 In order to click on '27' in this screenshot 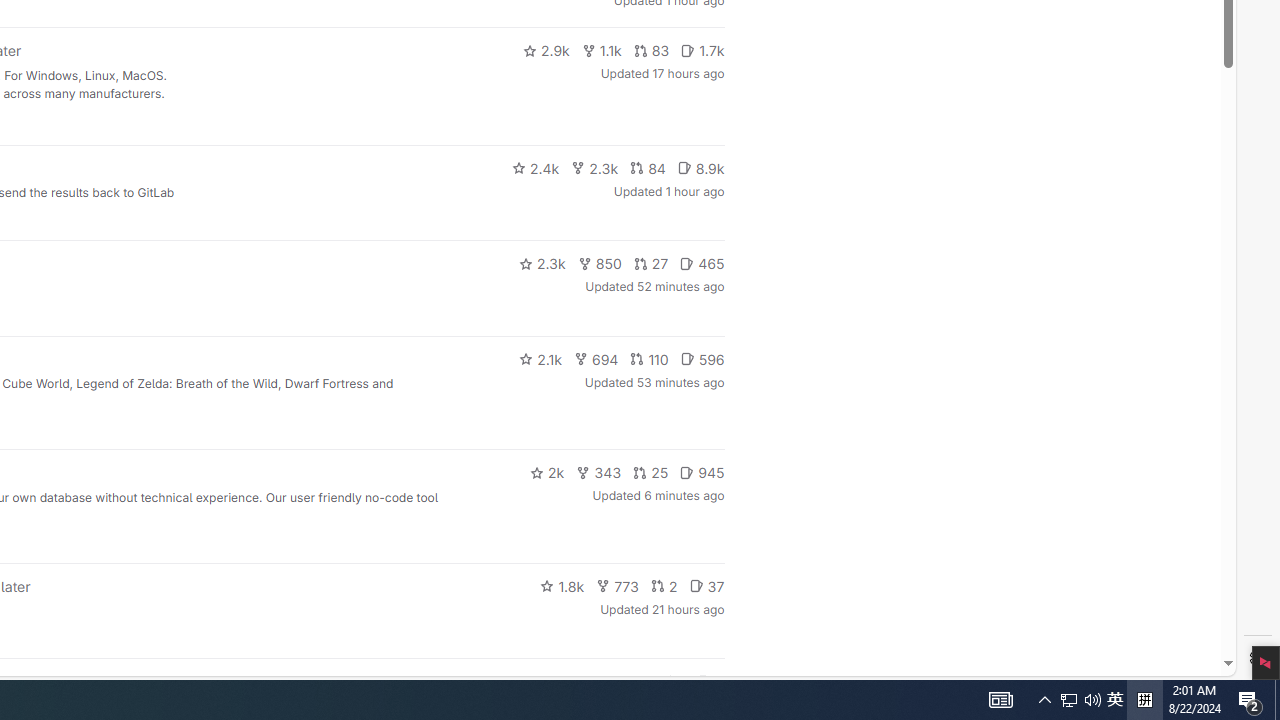, I will do `click(651, 262)`.